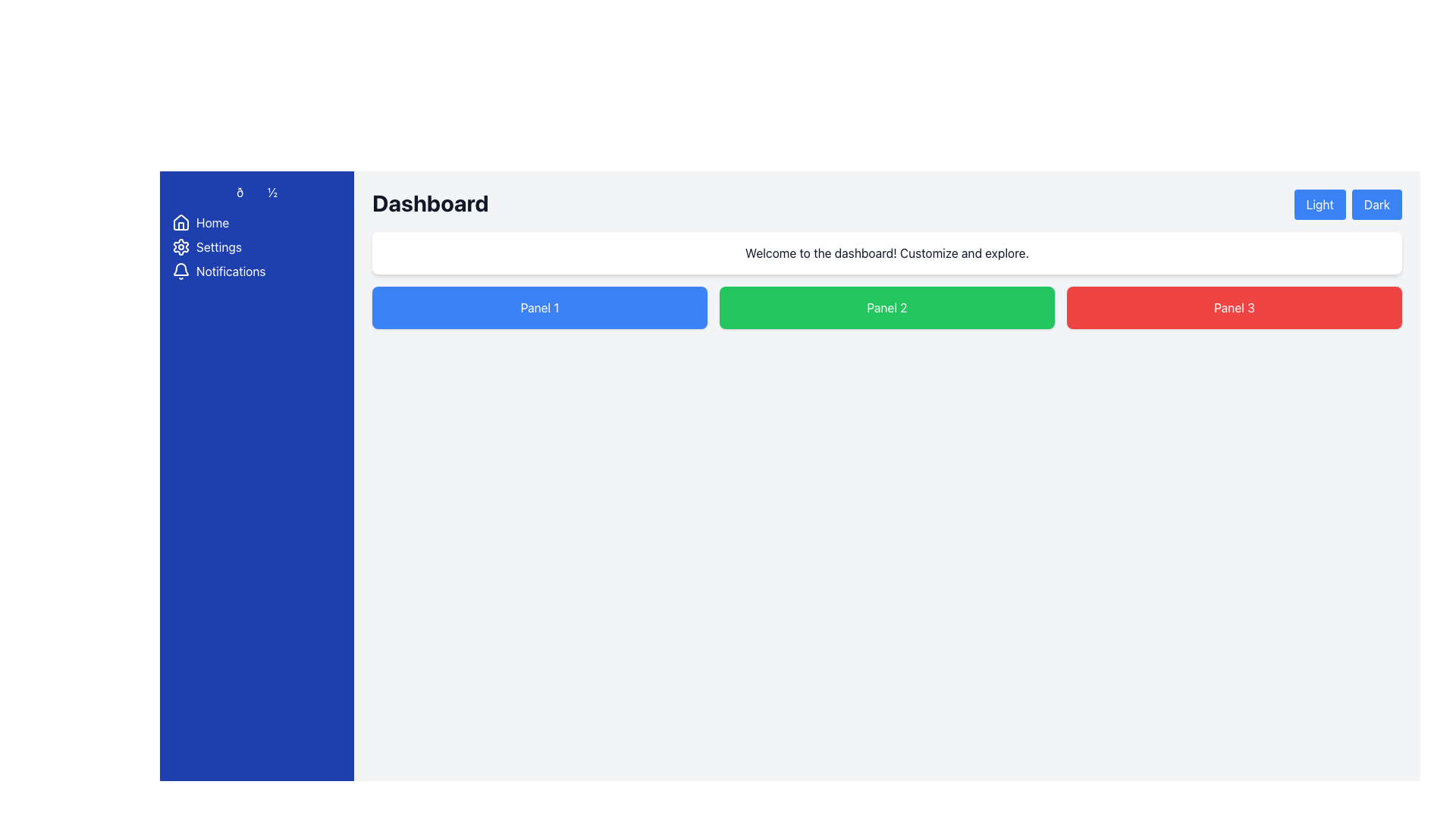  What do you see at coordinates (230, 271) in the screenshot?
I see `the text label located in the left sidebar, third from the top below the 'Settings' section` at bounding box center [230, 271].